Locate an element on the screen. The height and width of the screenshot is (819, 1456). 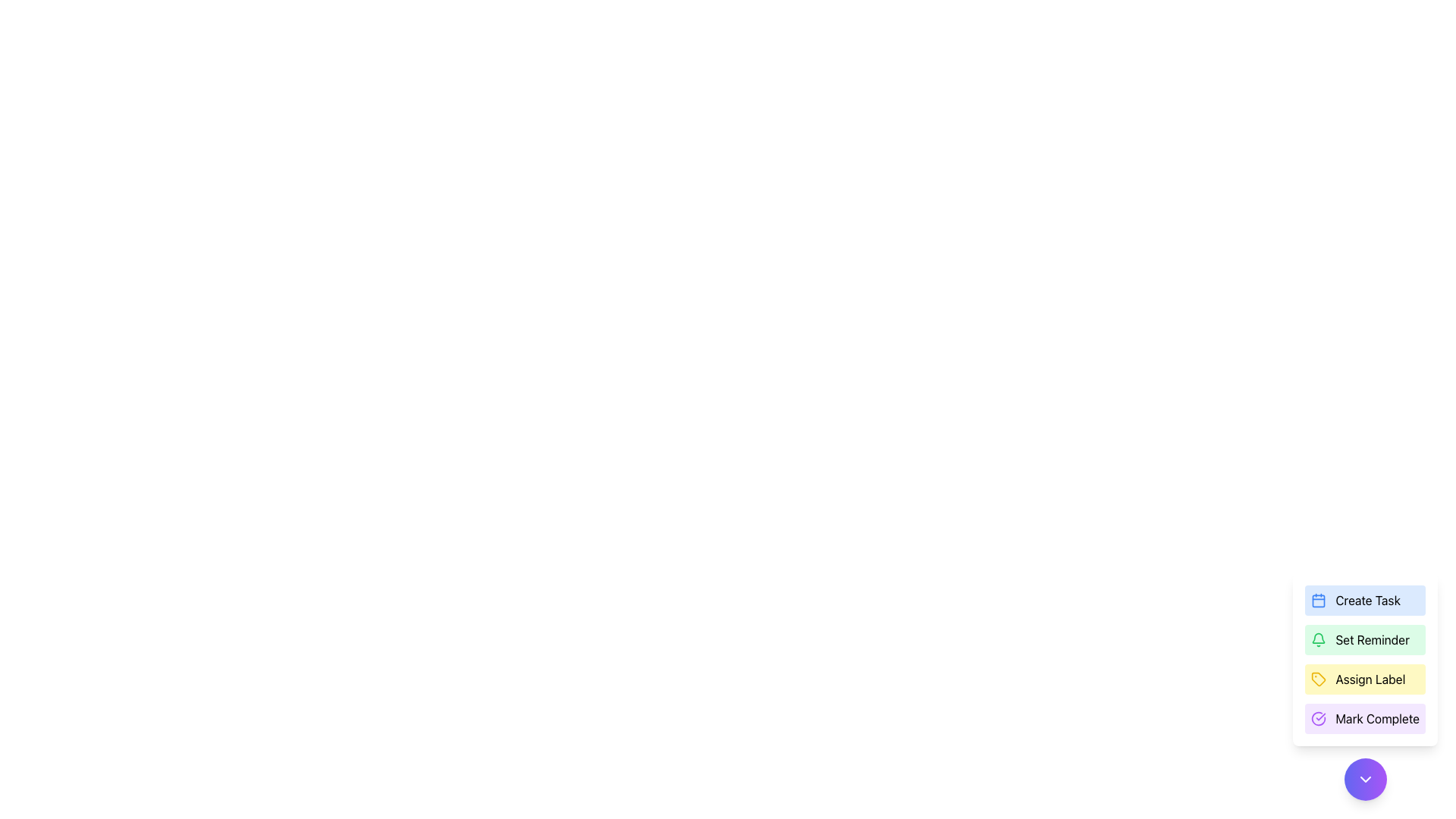
the completion status icon located at the leftmost side of the 'Mark Complete' menu item, which visually indicates the completion status of tasks is located at coordinates (1318, 718).